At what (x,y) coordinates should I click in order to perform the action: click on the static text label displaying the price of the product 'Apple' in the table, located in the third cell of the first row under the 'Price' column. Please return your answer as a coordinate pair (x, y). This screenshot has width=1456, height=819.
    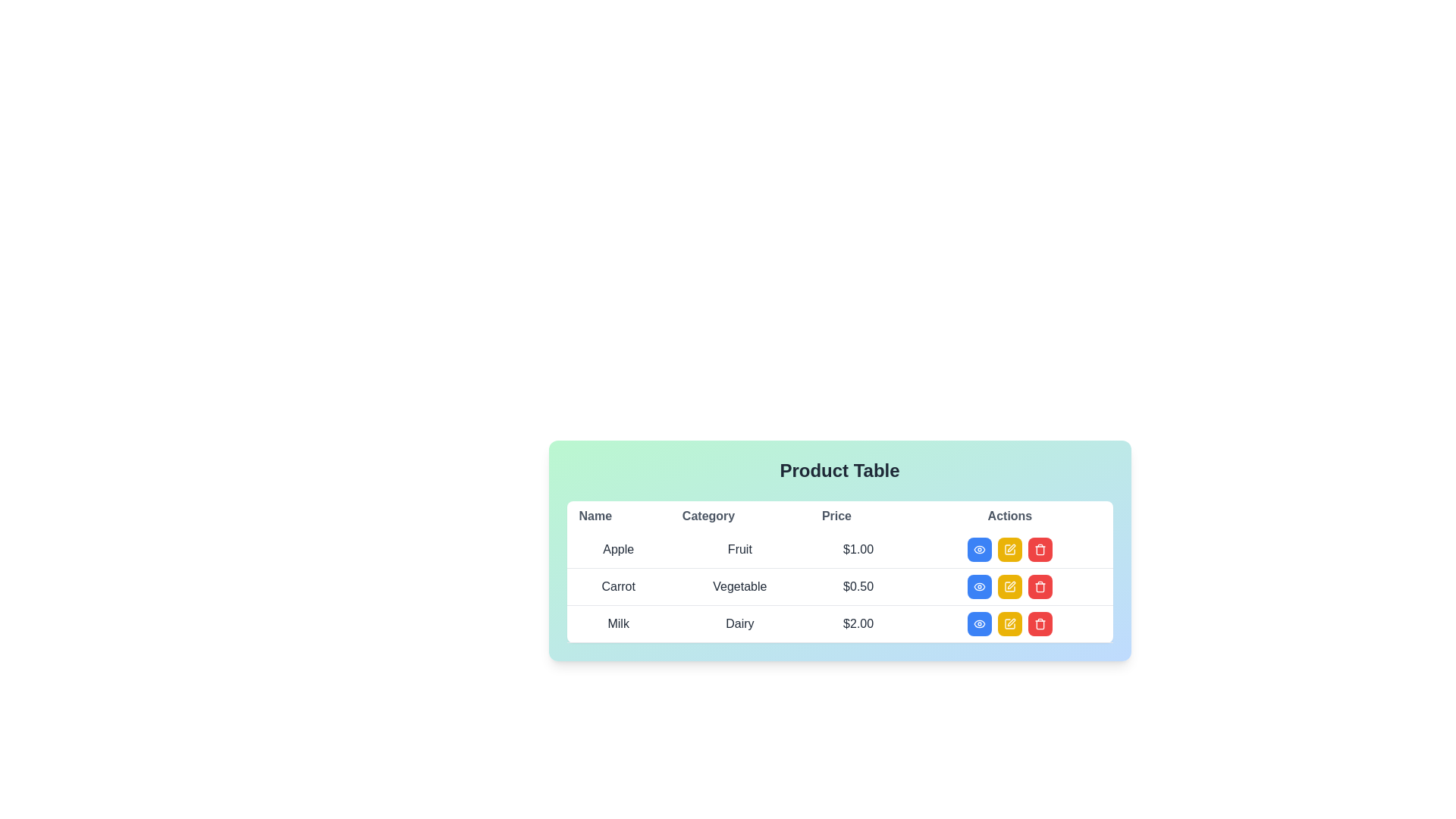
    Looking at the image, I should click on (858, 550).